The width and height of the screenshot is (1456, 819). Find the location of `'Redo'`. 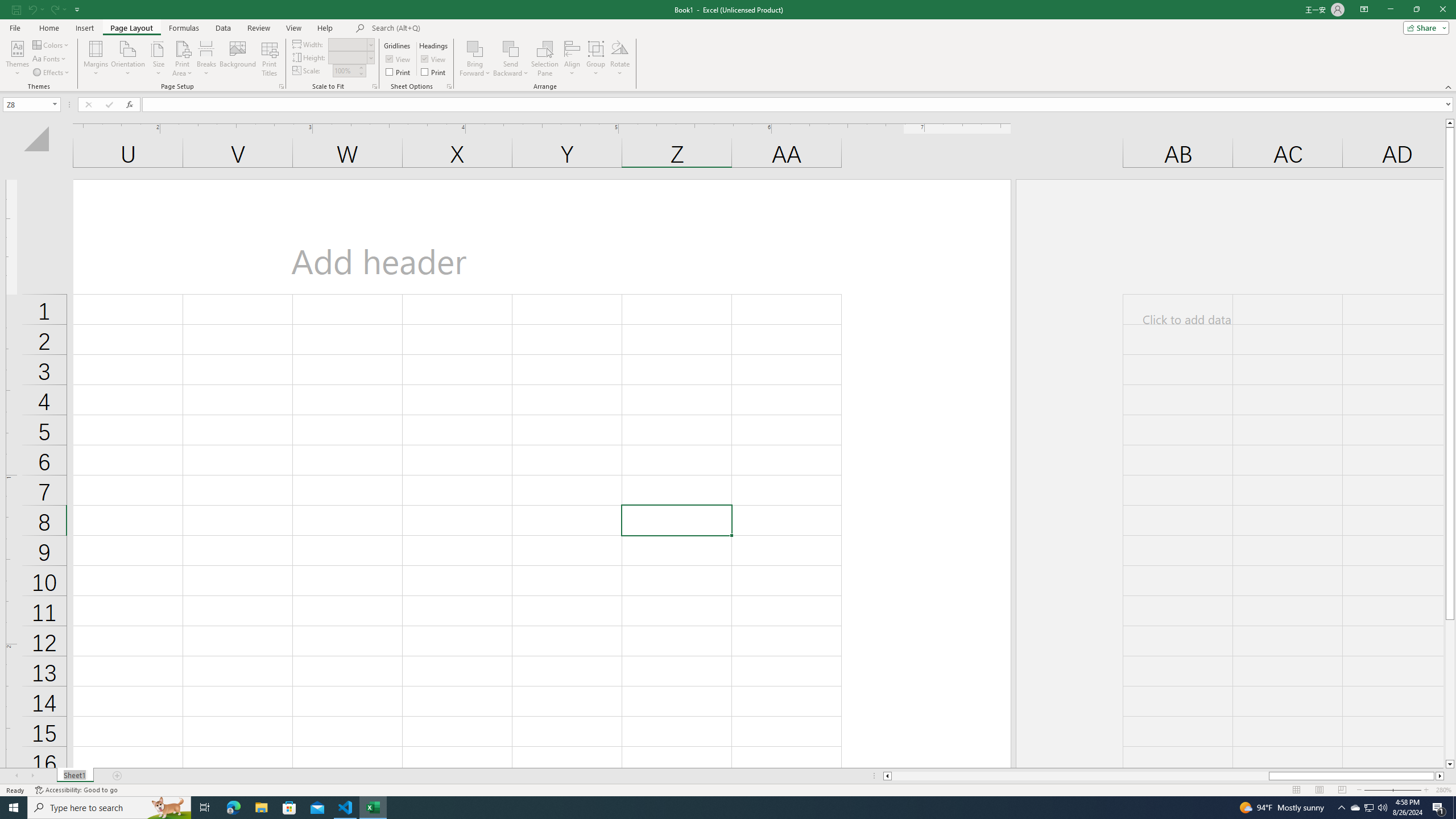

'Redo' is located at coordinates (53, 9).